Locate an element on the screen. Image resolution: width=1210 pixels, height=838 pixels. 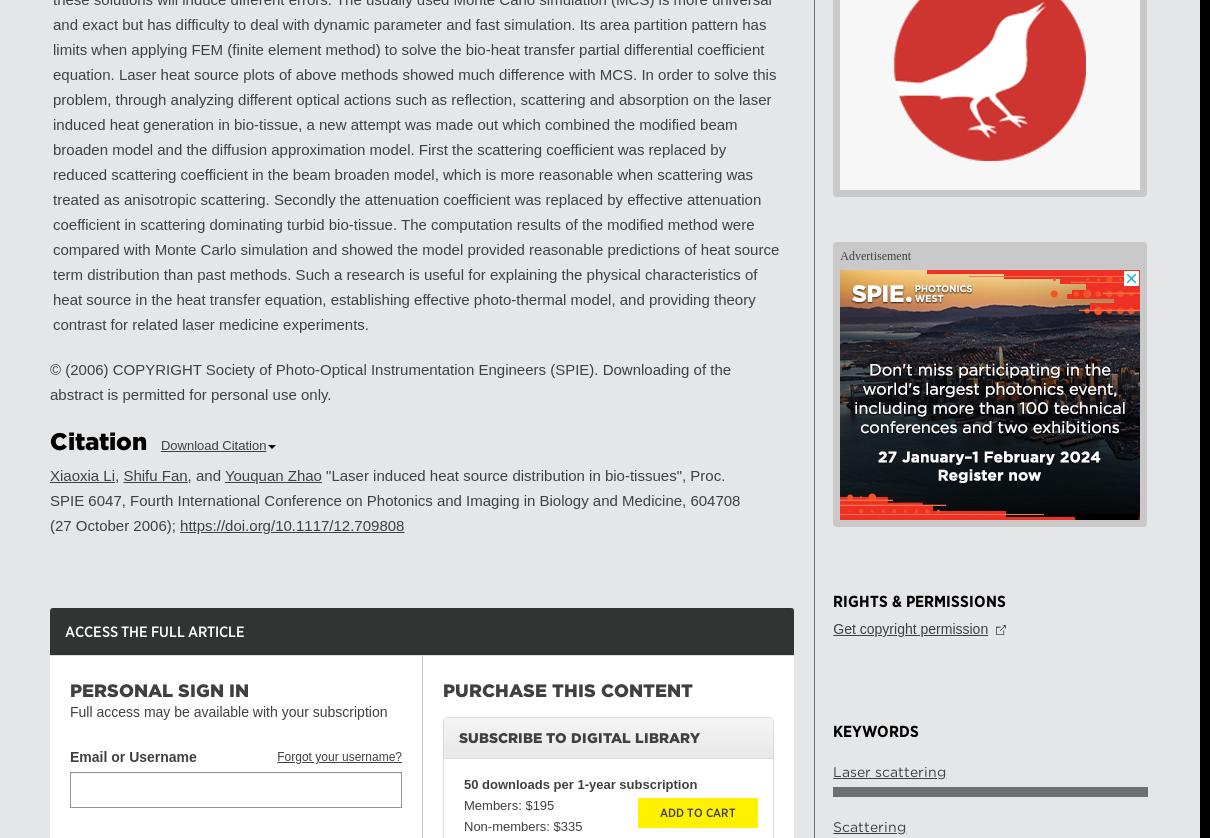
'Laser scattering' is located at coordinates (888, 770).